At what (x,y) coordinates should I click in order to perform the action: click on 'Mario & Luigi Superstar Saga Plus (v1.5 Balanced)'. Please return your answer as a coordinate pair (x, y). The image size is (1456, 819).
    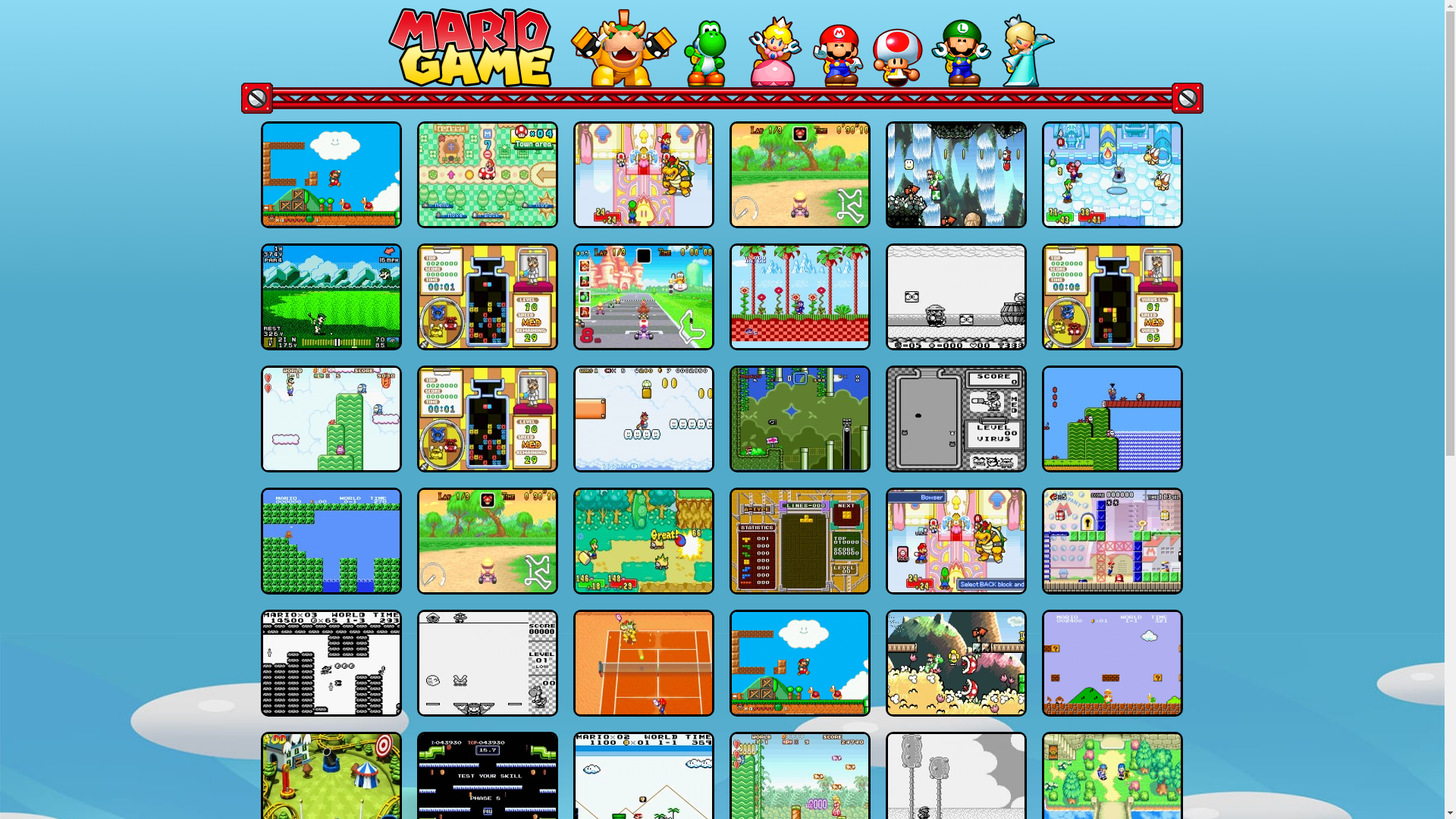
    Looking at the image, I should click on (955, 538).